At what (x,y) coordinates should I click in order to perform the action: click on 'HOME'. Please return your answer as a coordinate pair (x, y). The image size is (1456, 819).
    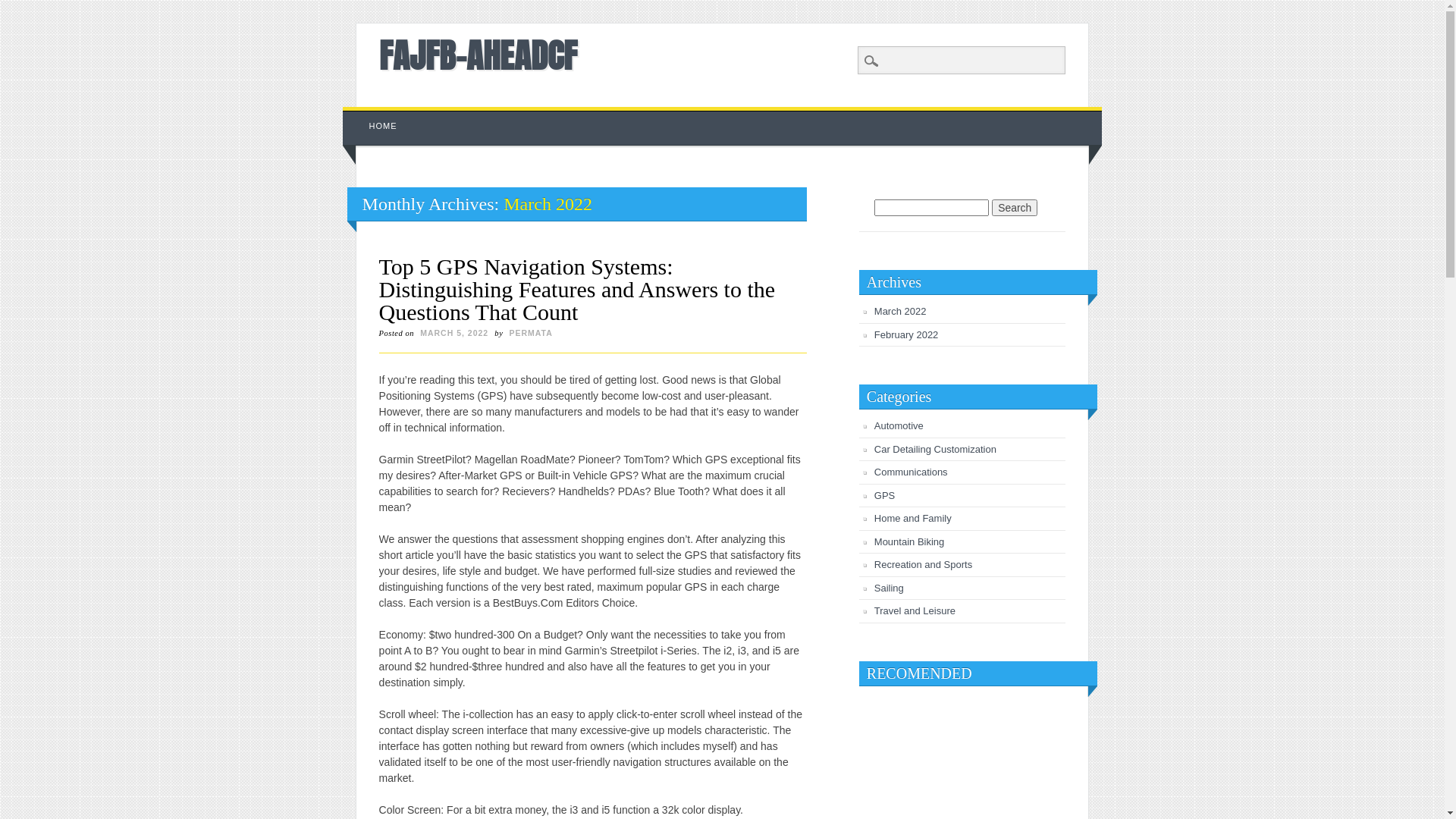
    Looking at the image, I should click on (383, 125).